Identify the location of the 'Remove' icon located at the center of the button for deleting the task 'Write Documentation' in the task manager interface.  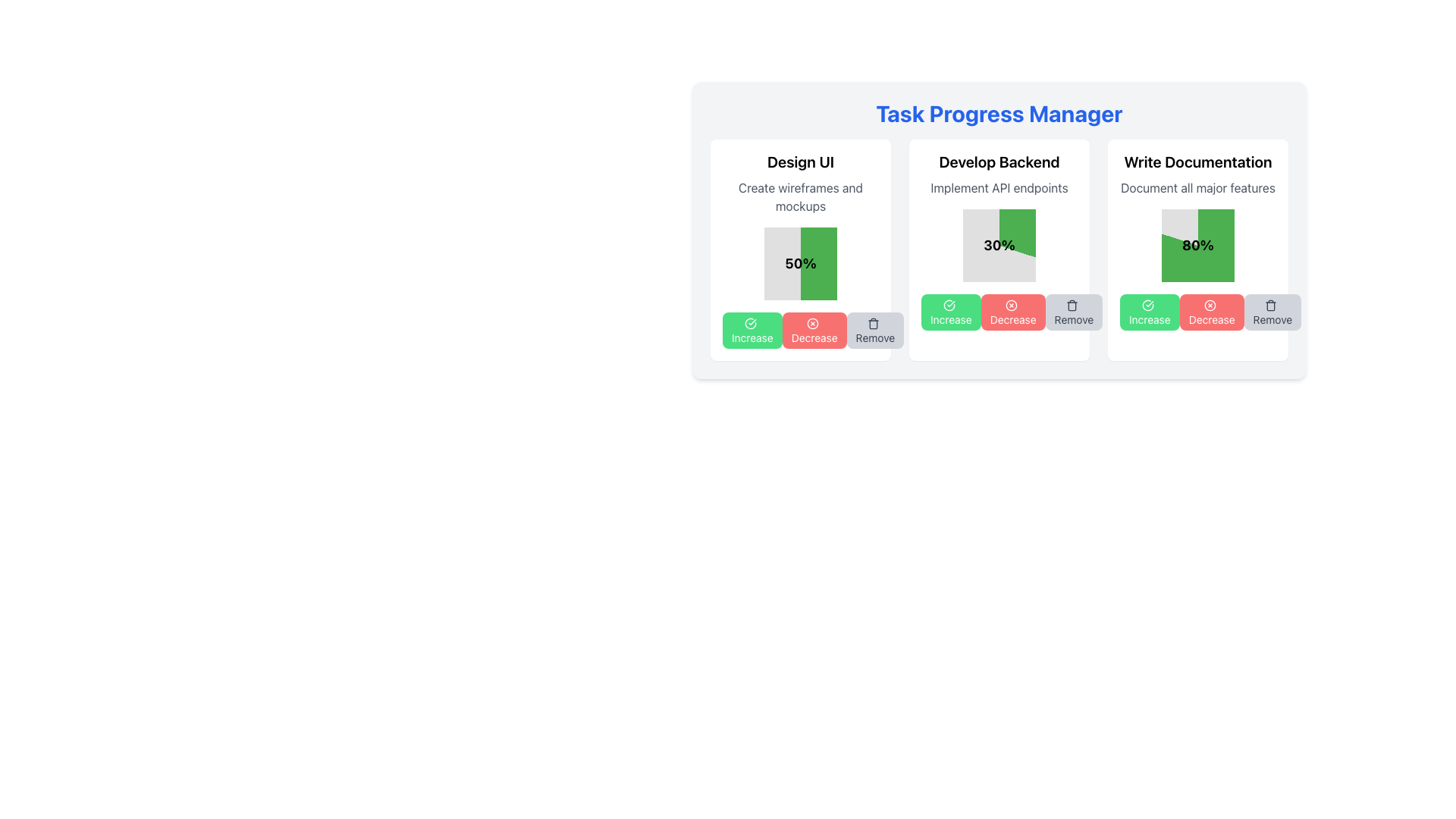
(1271, 306).